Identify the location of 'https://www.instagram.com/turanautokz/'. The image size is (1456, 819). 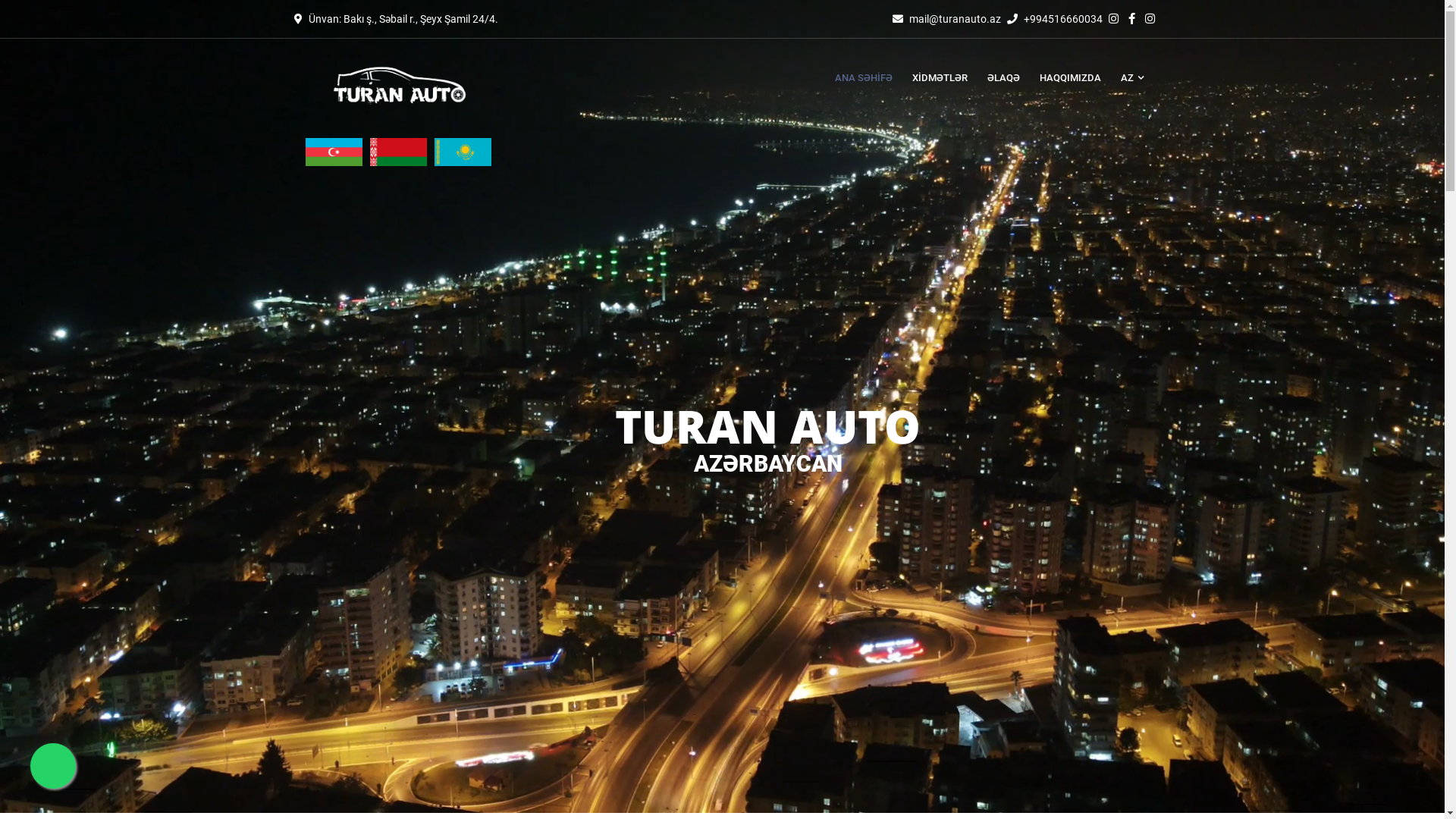
(1145, 18).